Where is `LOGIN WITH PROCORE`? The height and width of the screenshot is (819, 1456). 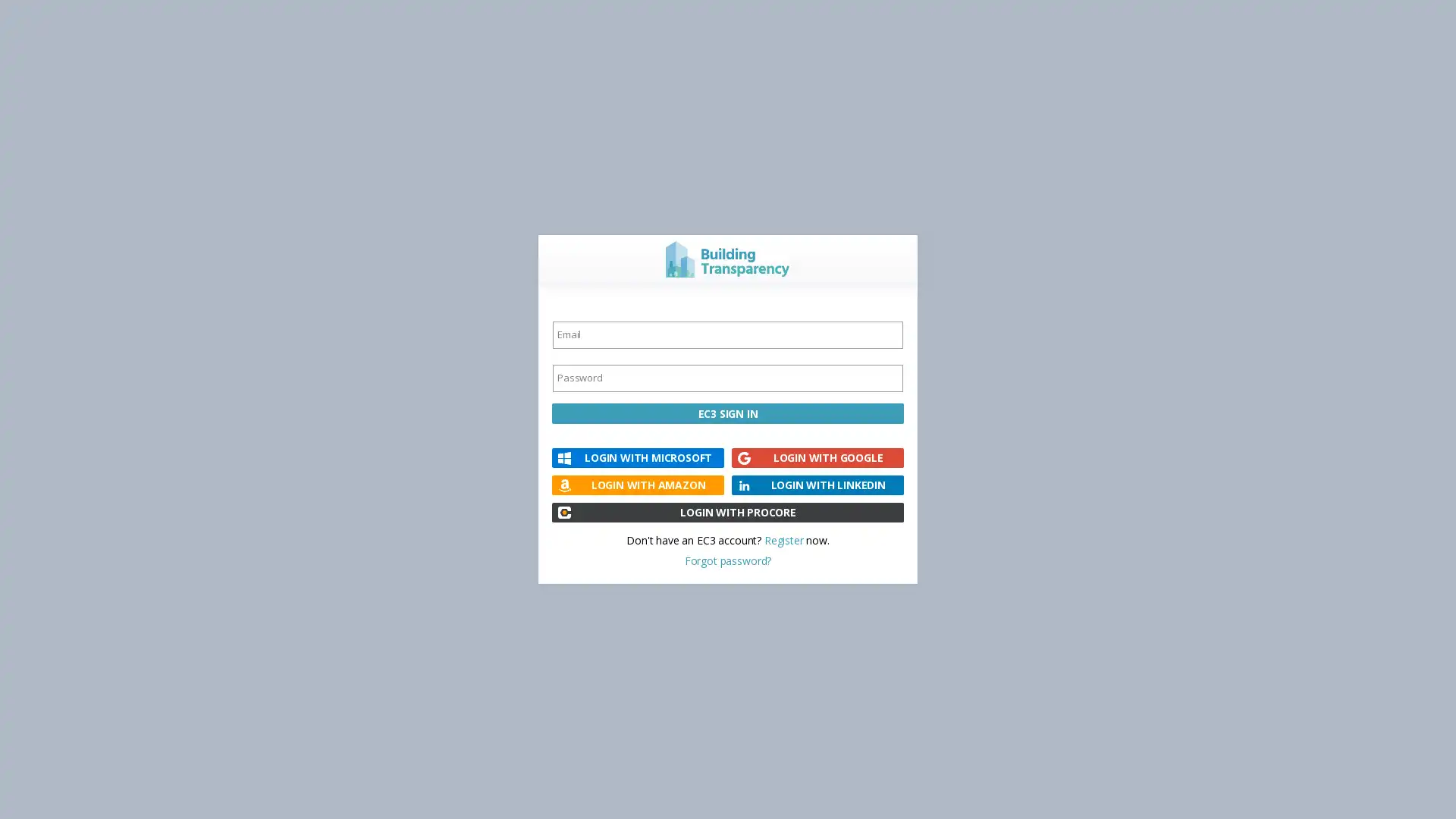 LOGIN WITH PROCORE is located at coordinates (728, 520).